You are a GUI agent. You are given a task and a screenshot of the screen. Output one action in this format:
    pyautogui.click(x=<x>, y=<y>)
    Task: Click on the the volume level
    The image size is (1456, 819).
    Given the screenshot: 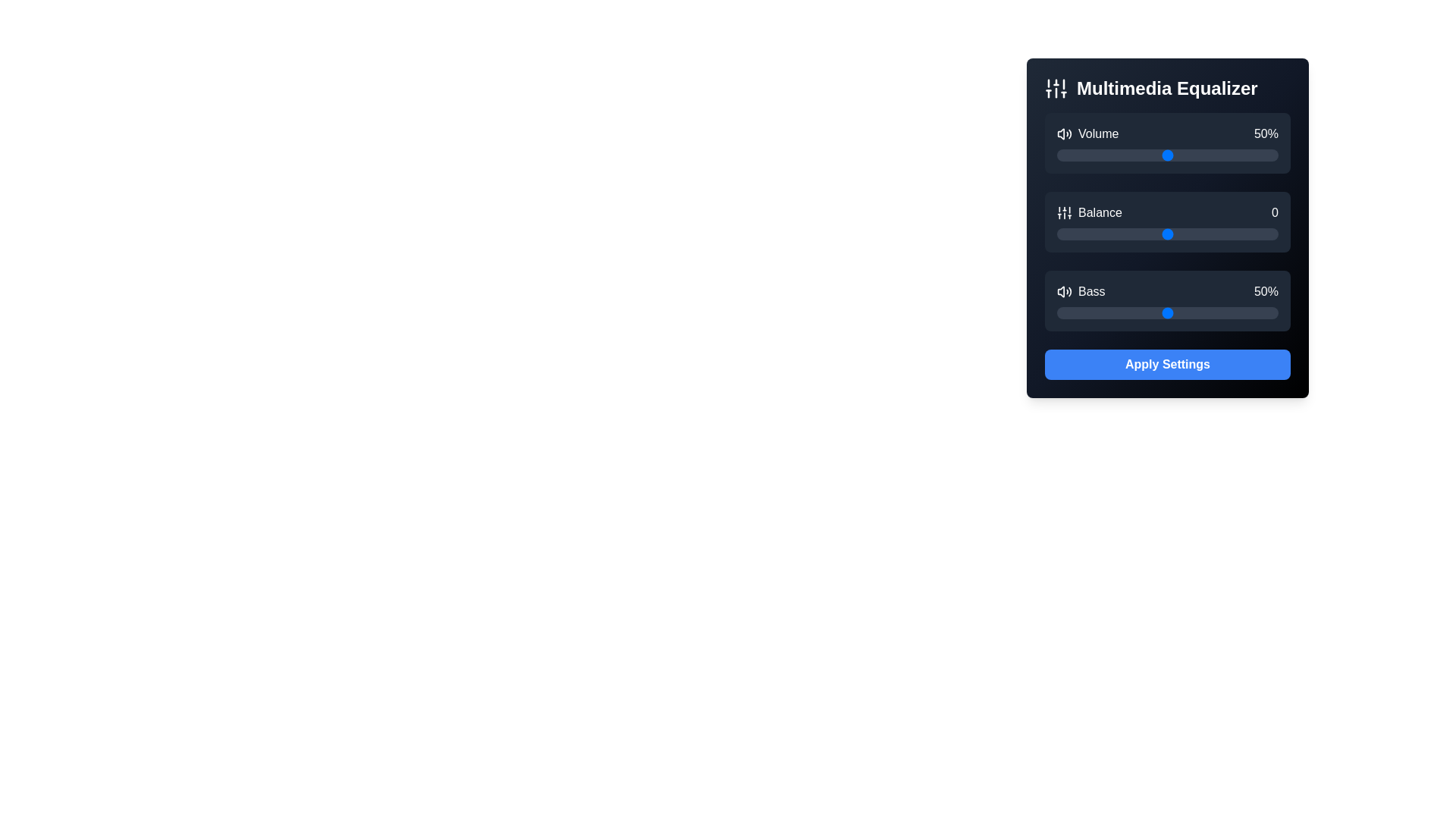 What is the action you would take?
    pyautogui.click(x=1241, y=155)
    